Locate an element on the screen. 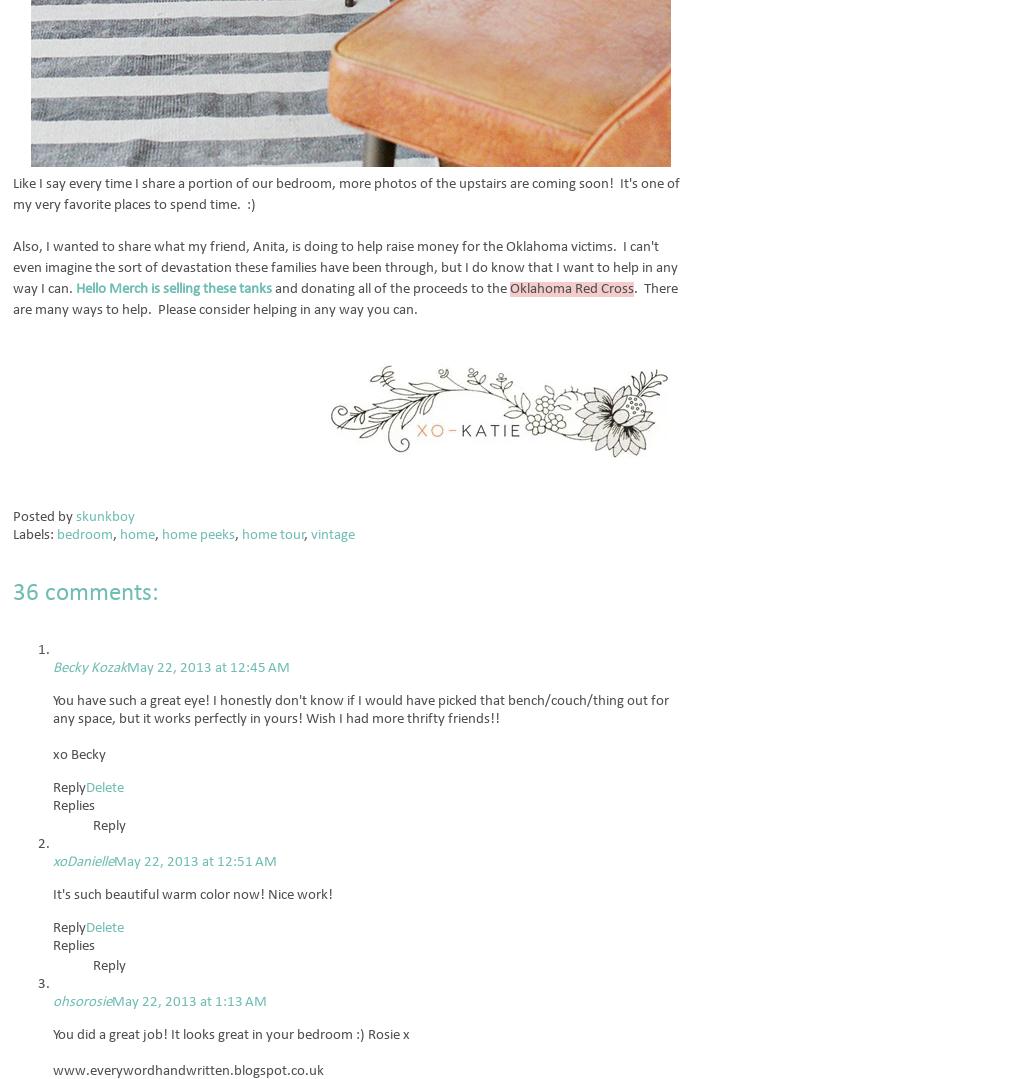  'xoDanielle' is located at coordinates (82, 862).